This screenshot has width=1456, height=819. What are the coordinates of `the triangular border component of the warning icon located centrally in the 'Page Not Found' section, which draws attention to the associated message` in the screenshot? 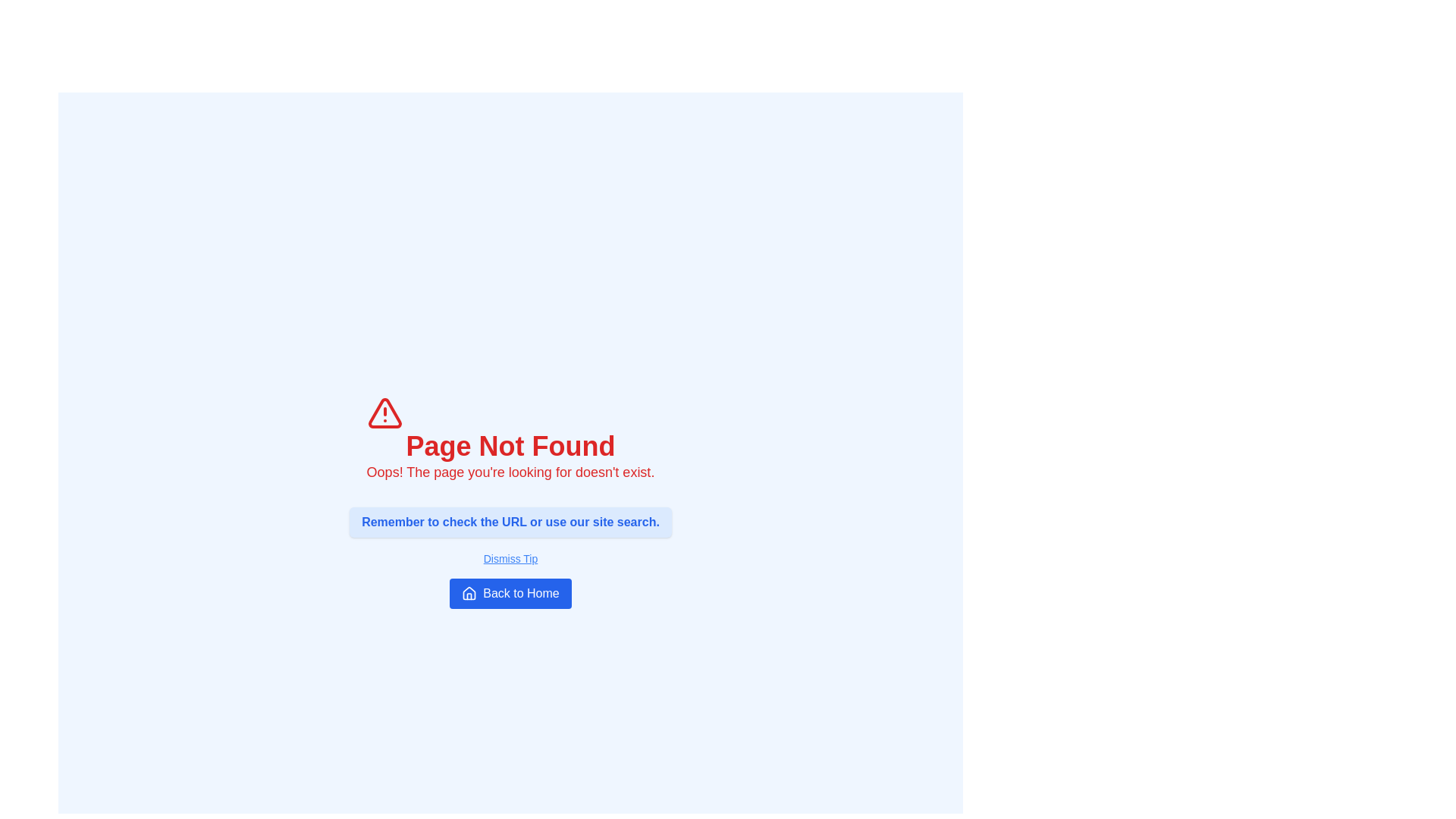 It's located at (384, 413).